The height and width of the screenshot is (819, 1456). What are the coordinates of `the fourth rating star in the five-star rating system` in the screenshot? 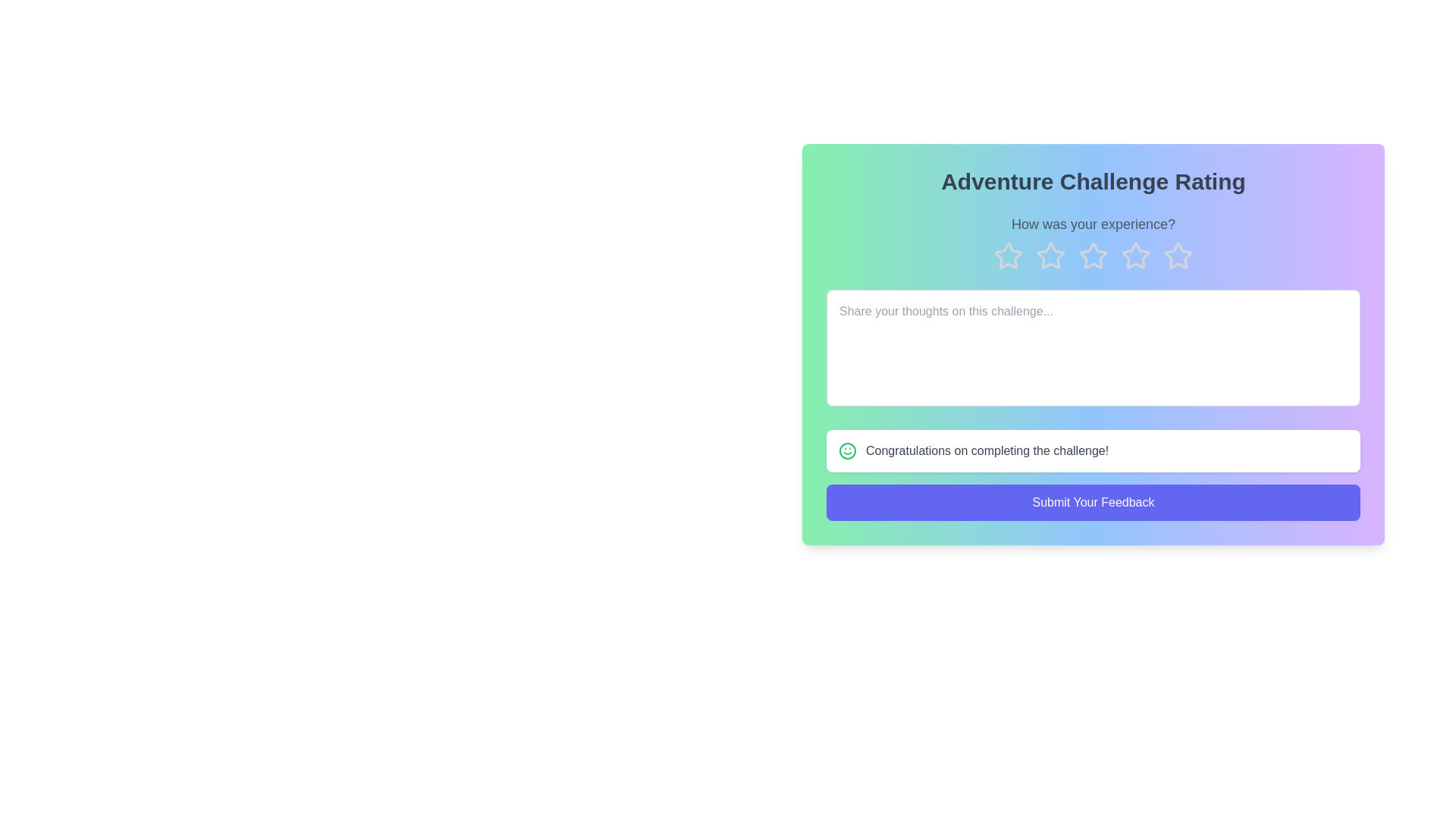 It's located at (1093, 256).